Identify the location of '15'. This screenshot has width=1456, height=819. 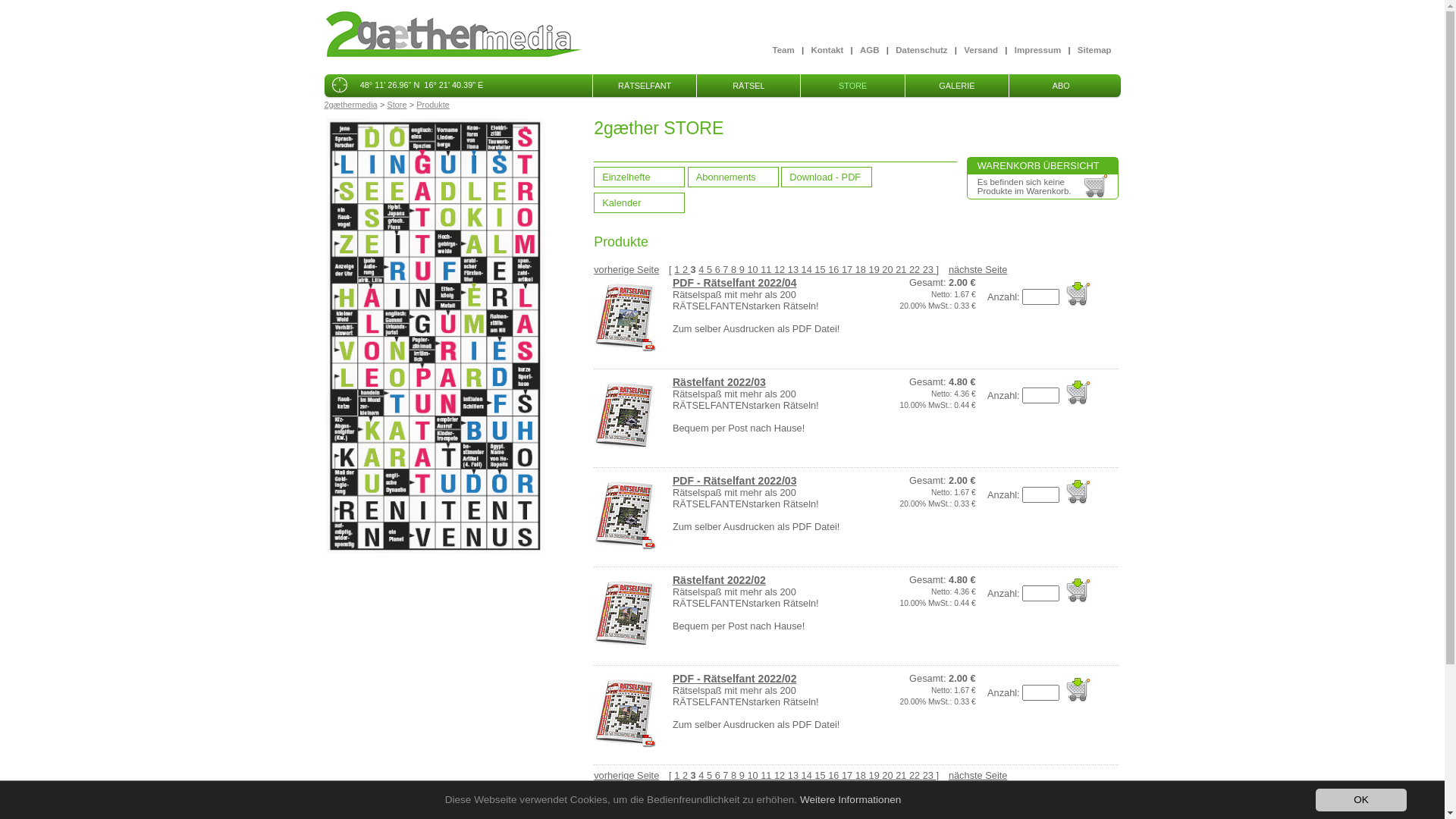
(821, 268).